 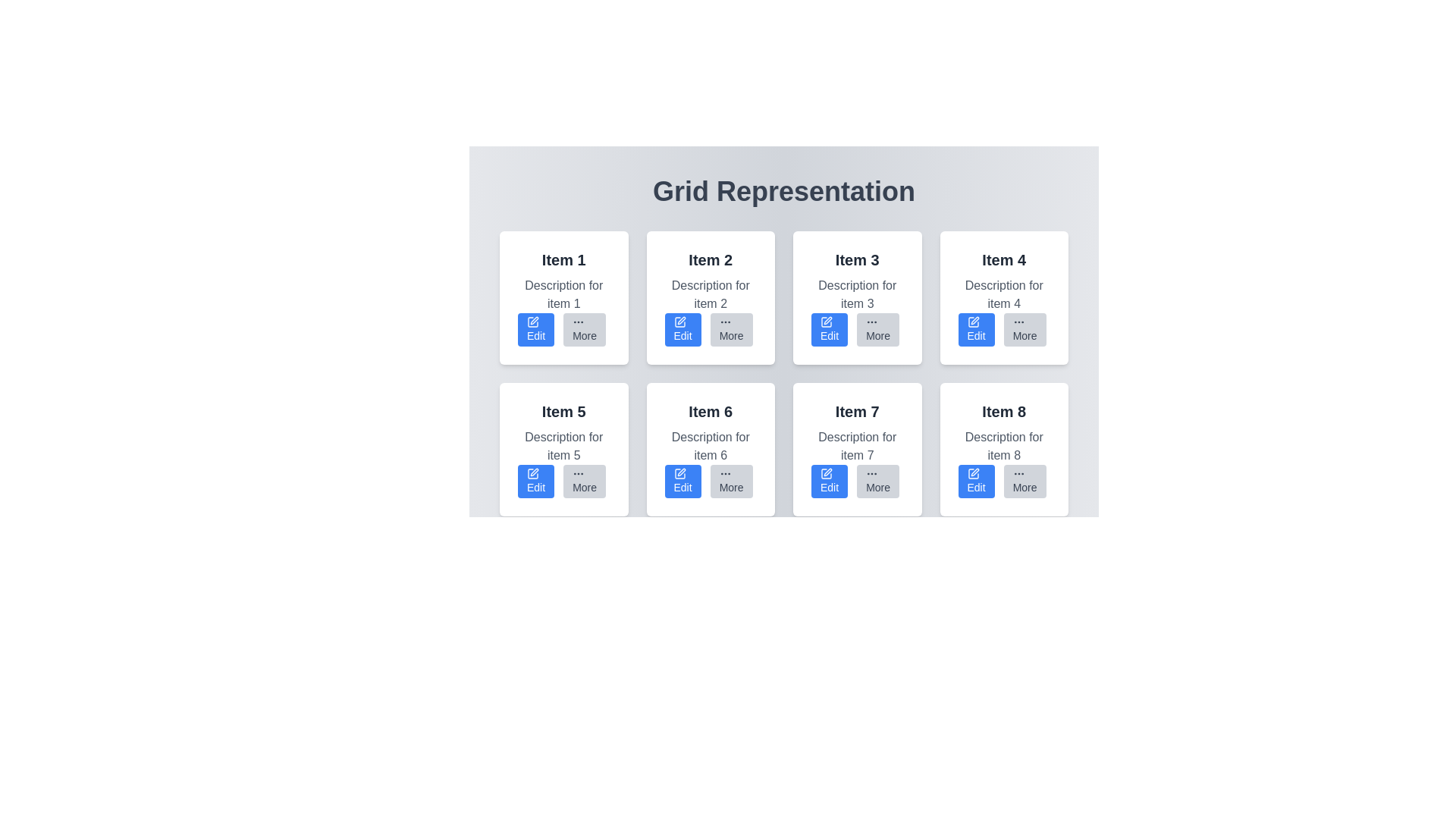 What do you see at coordinates (829, 329) in the screenshot?
I see `the leftmost button in the 'Item 3' card to change its appearance` at bounding box center [829, 329].